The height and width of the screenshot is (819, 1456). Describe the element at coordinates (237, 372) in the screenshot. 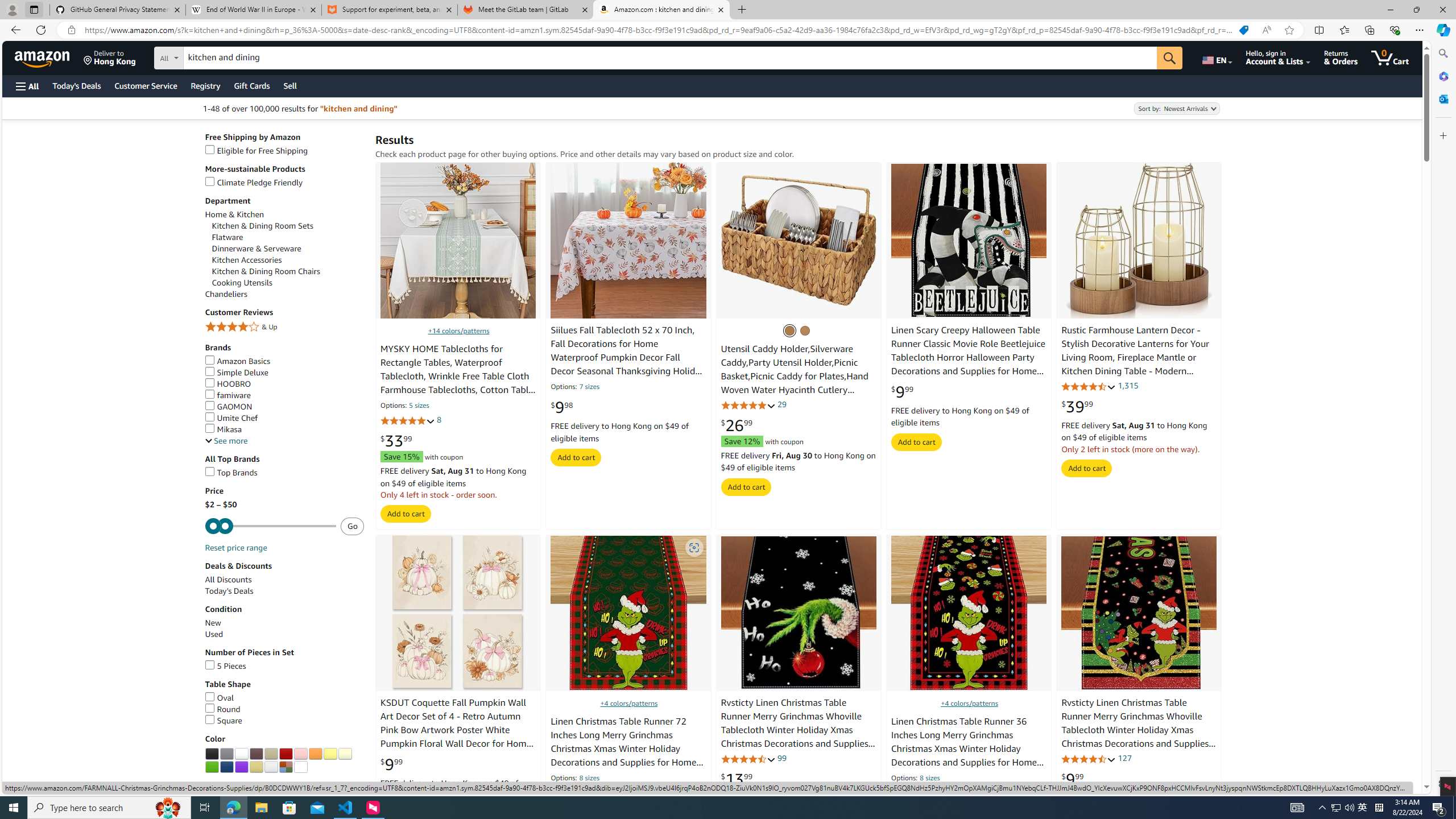

I see `'Simple Deluxe'` at that location.